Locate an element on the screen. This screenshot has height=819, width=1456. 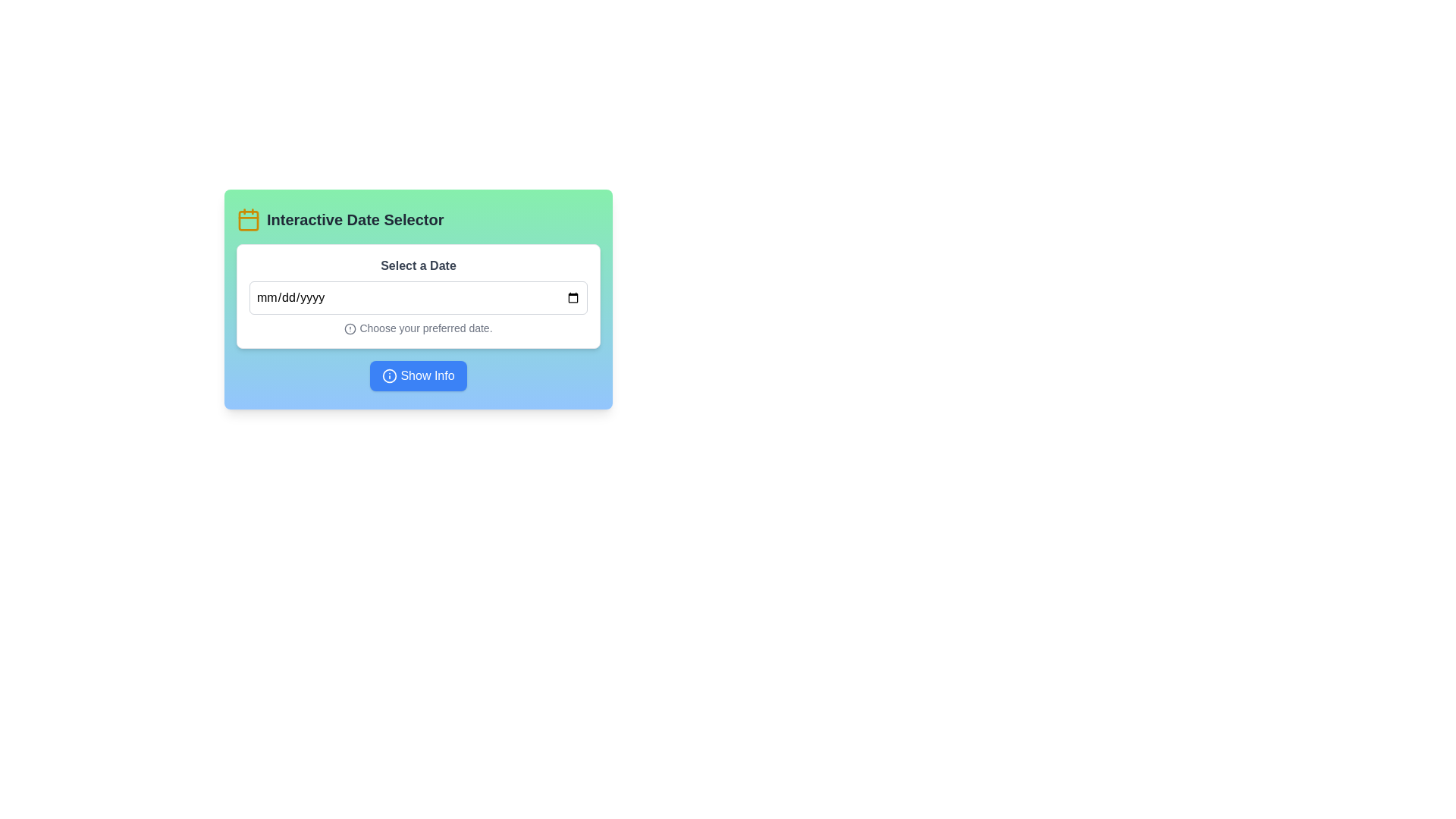
the SVG circle element located within the 'Show Info' button, which serves as a symbolic representation of the button's function is located at coordinates (390, 375).